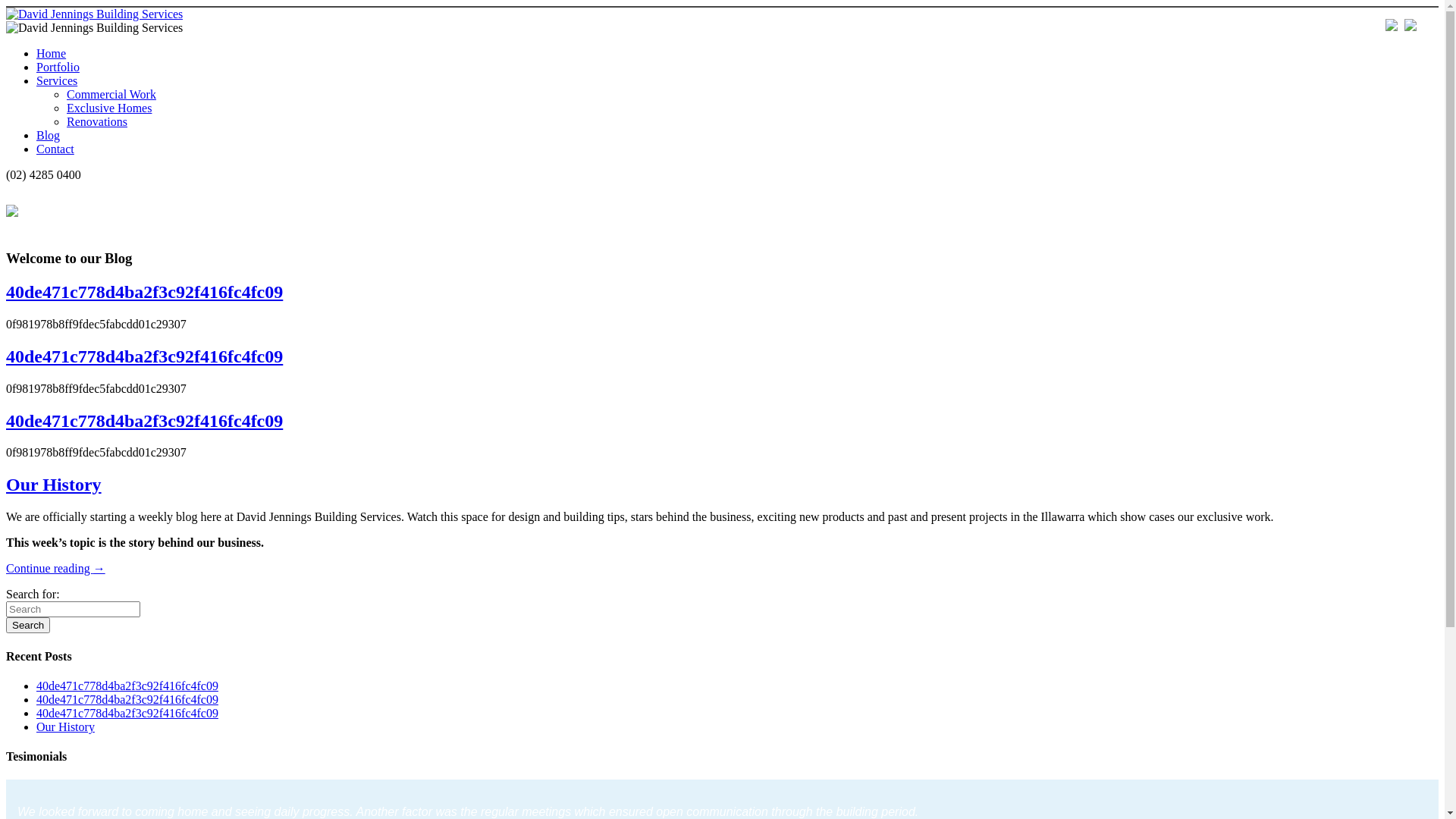 This screenshot has width=1456, height=819. What do you see at coordinates (28, 625) in the screenshot?
I see `'Search'` at bounding box center [28, 625].